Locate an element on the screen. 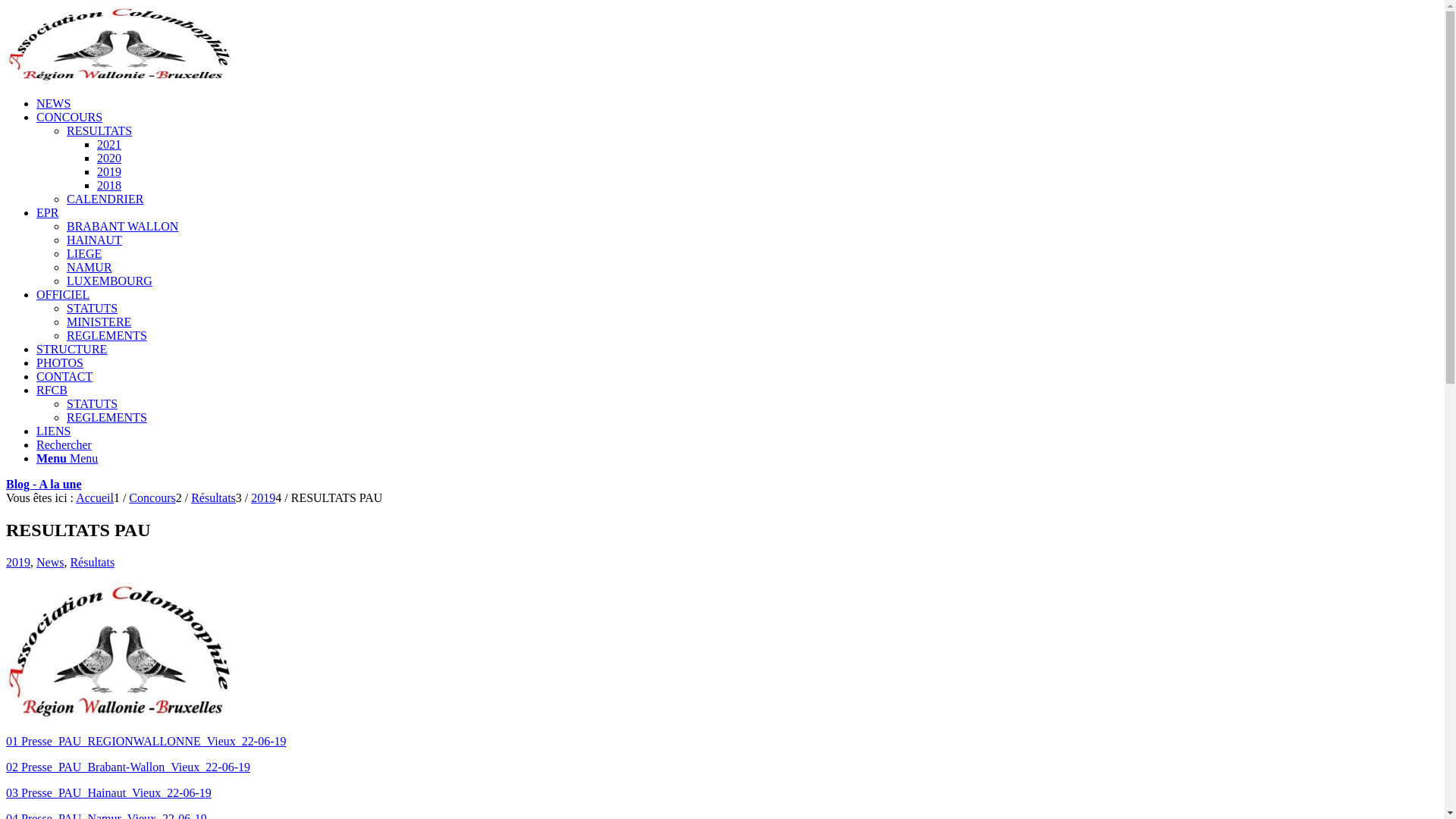 The width and height of the screenshot is (1456, 819). 'Menu Menu' is located at coordinates (66, 457).